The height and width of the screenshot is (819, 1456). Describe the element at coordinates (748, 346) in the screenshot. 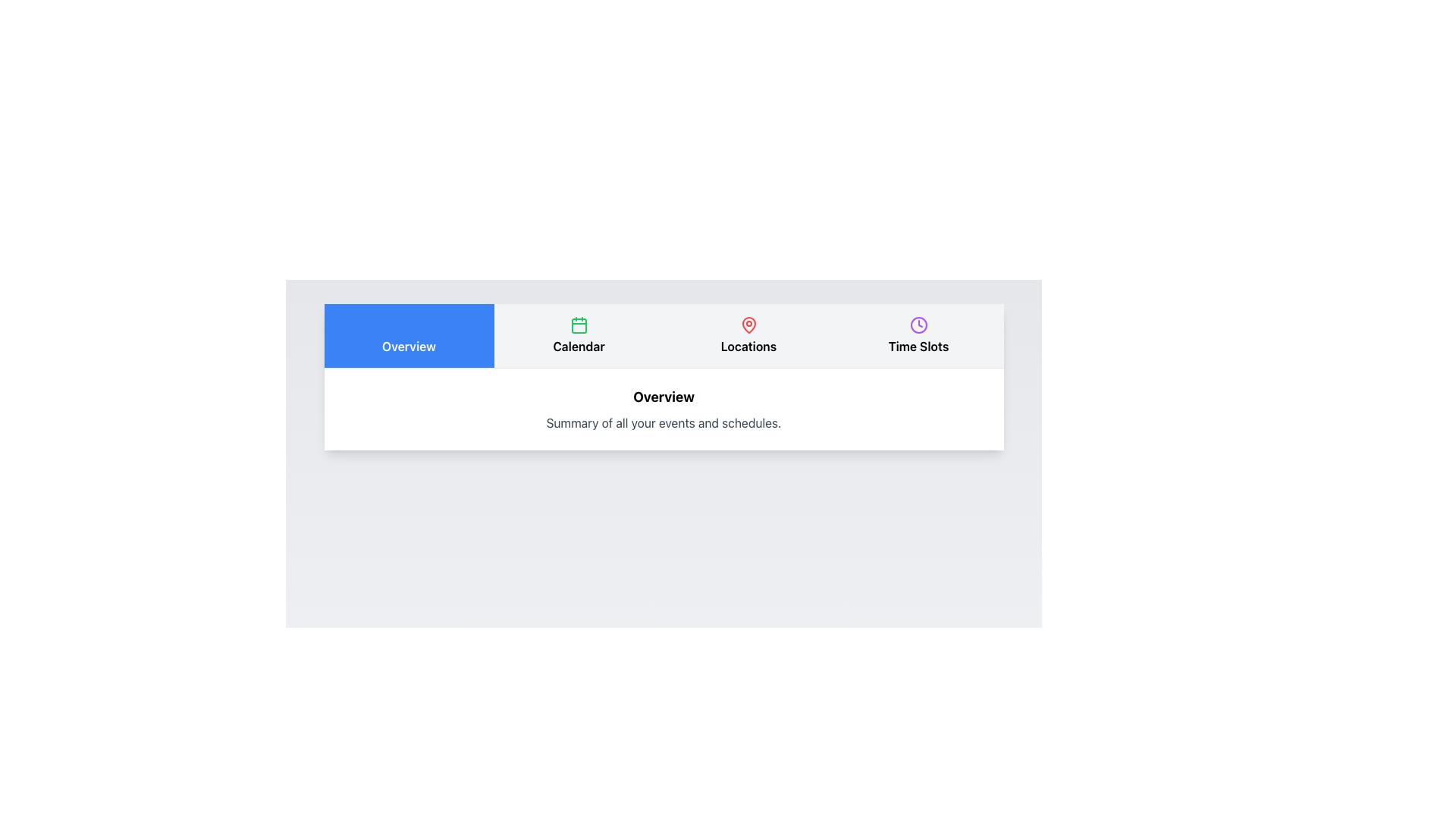

I see `the 'Locations' text label element` at that location.